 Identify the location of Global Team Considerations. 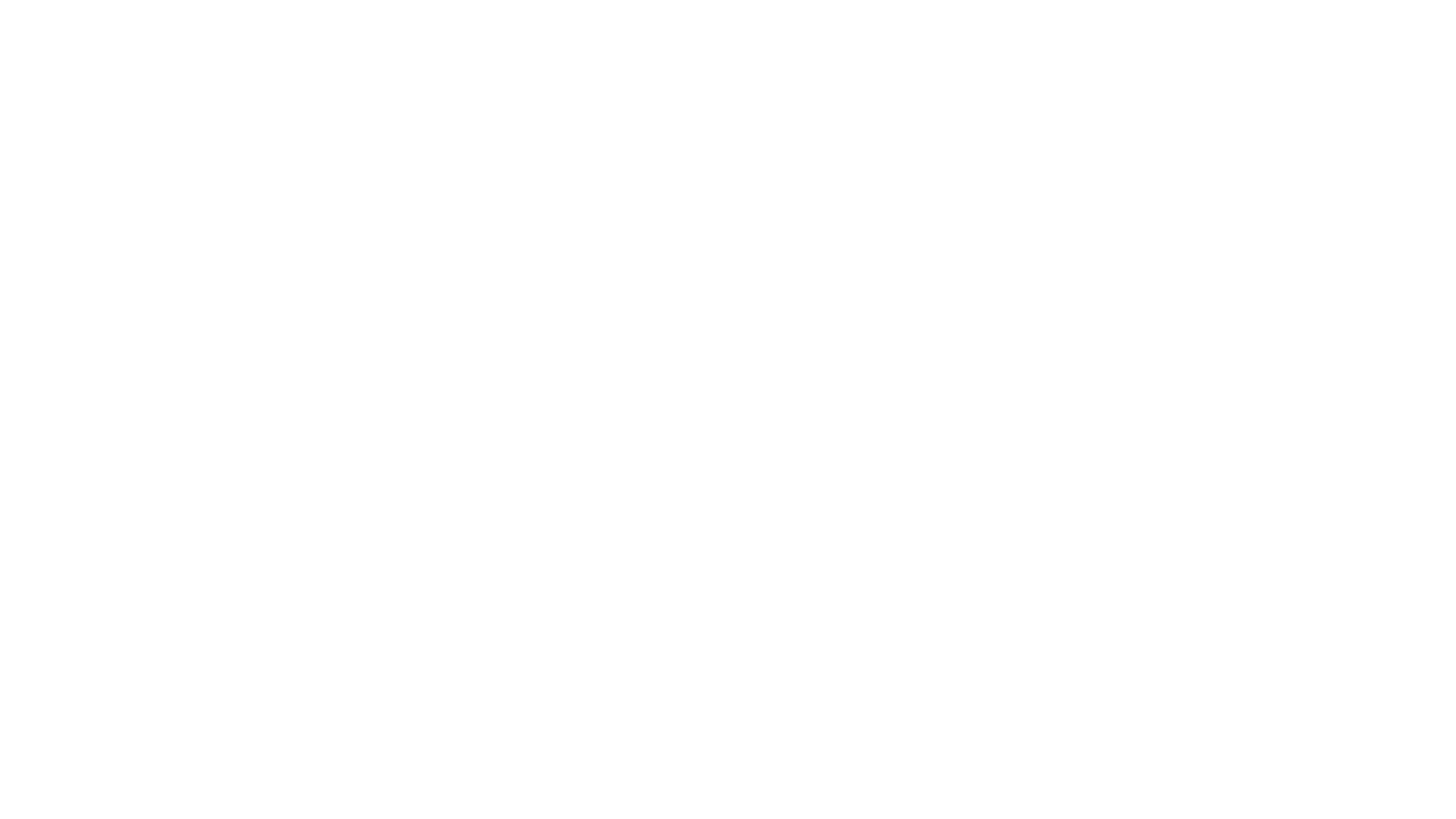
(728, 345).